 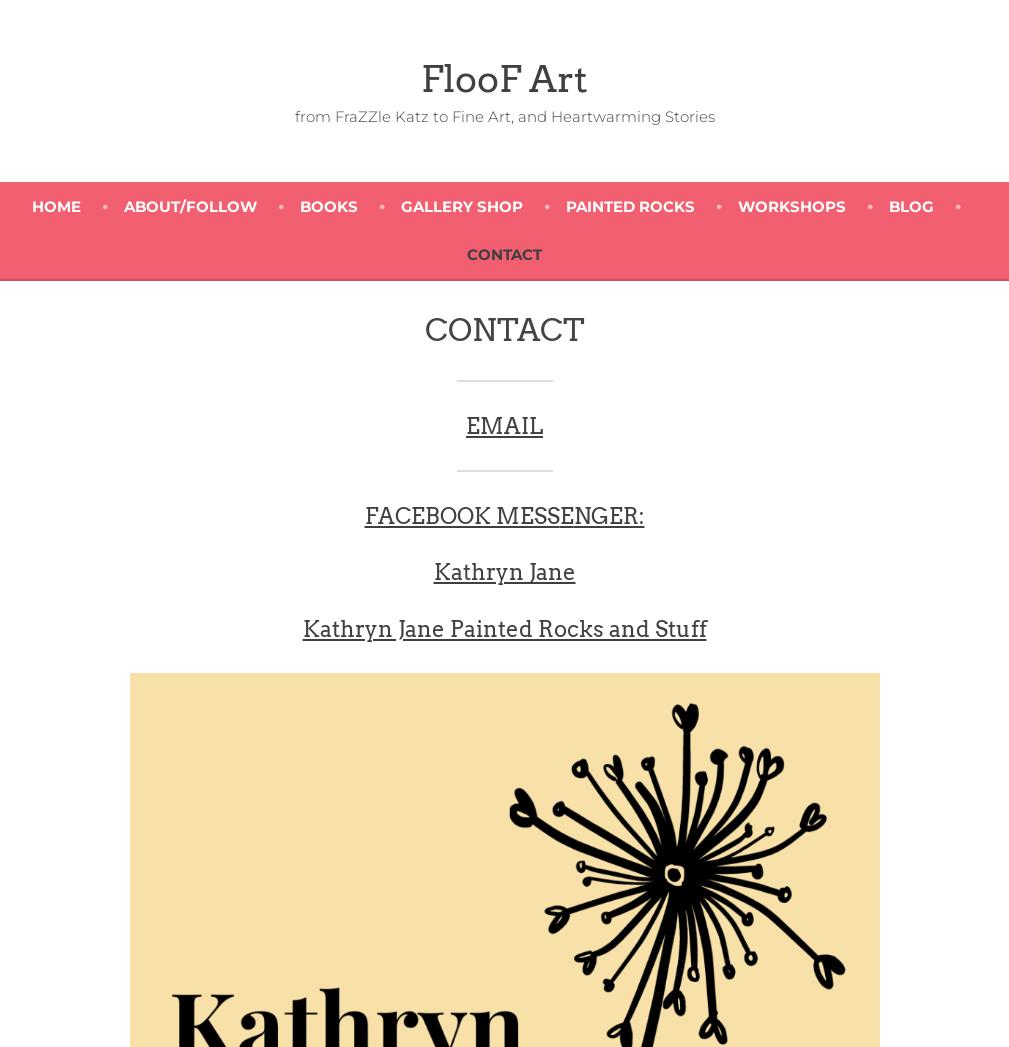 I want to click on 'FlooF Art', so click(x=503, y=78).